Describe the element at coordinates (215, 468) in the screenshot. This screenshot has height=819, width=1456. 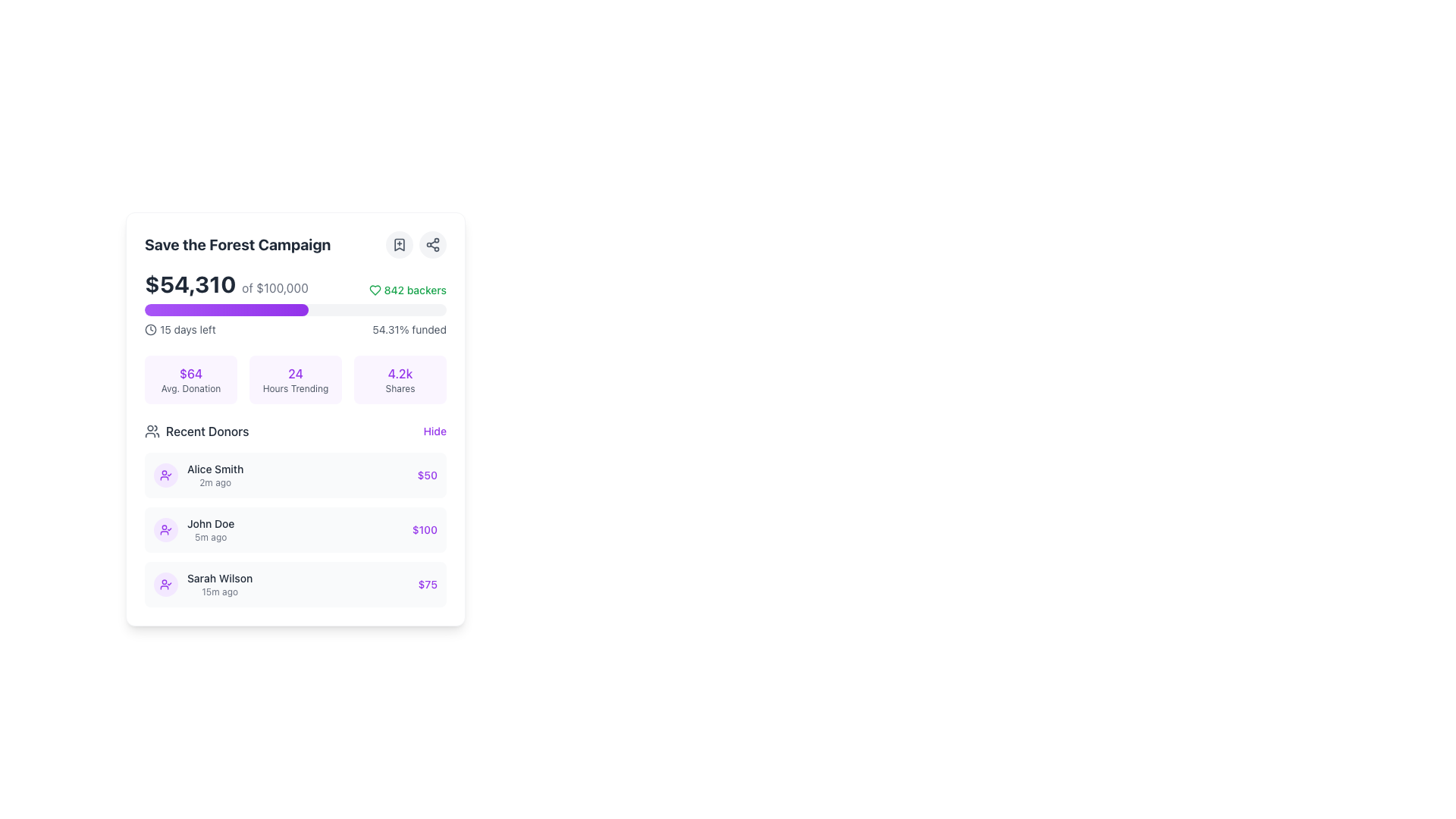
I see `the Text label displaying the name of a user or donor at the top of the 'Recent Donors' list` at that location.